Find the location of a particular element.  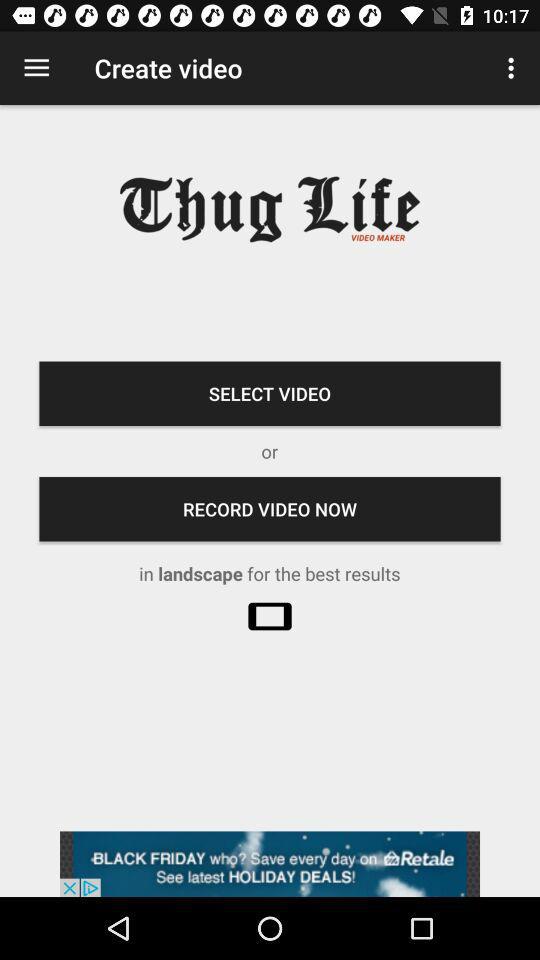

advertisement display is located at coordinates (270, 863).